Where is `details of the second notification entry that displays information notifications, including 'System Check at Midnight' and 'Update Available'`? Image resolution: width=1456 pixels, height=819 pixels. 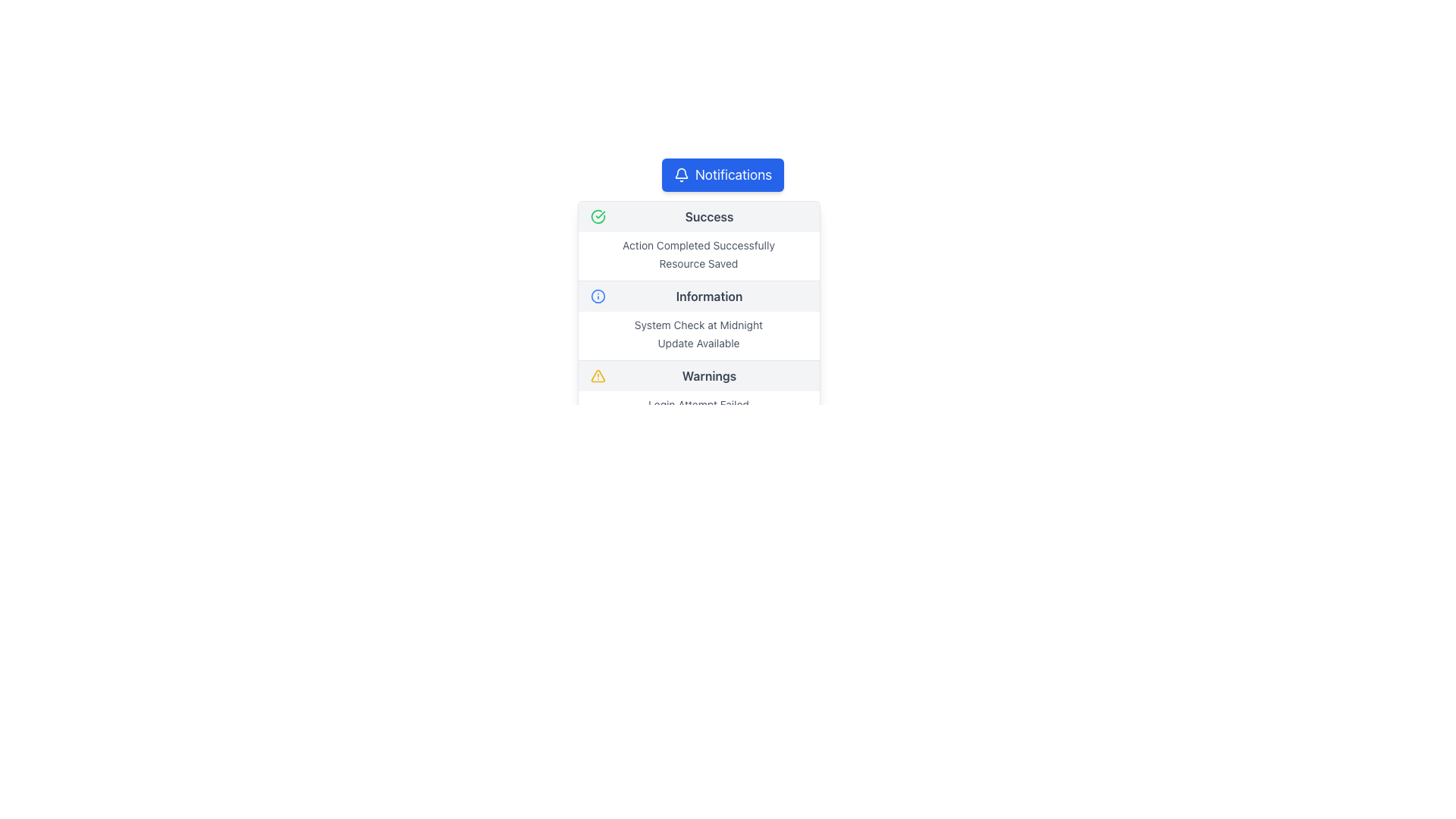 details of the second notification entry that displays information notifications, including 'System Check at Midnight' and 'Update Available' is located at coordinates (698, 320).